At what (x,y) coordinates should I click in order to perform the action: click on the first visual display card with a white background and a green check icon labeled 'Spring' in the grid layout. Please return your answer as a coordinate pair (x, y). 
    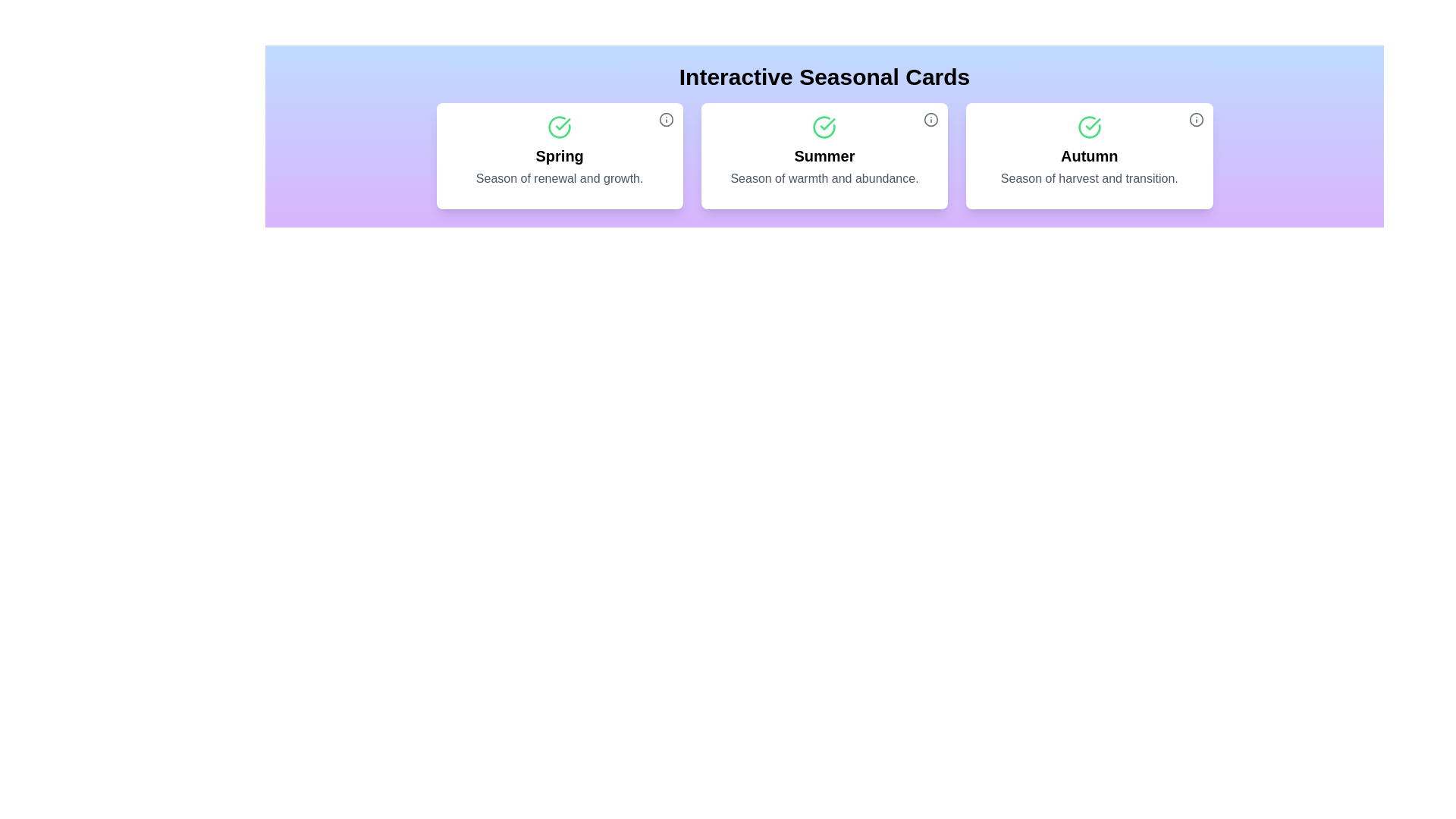
    Looking at the image, I should click on (559, 155).